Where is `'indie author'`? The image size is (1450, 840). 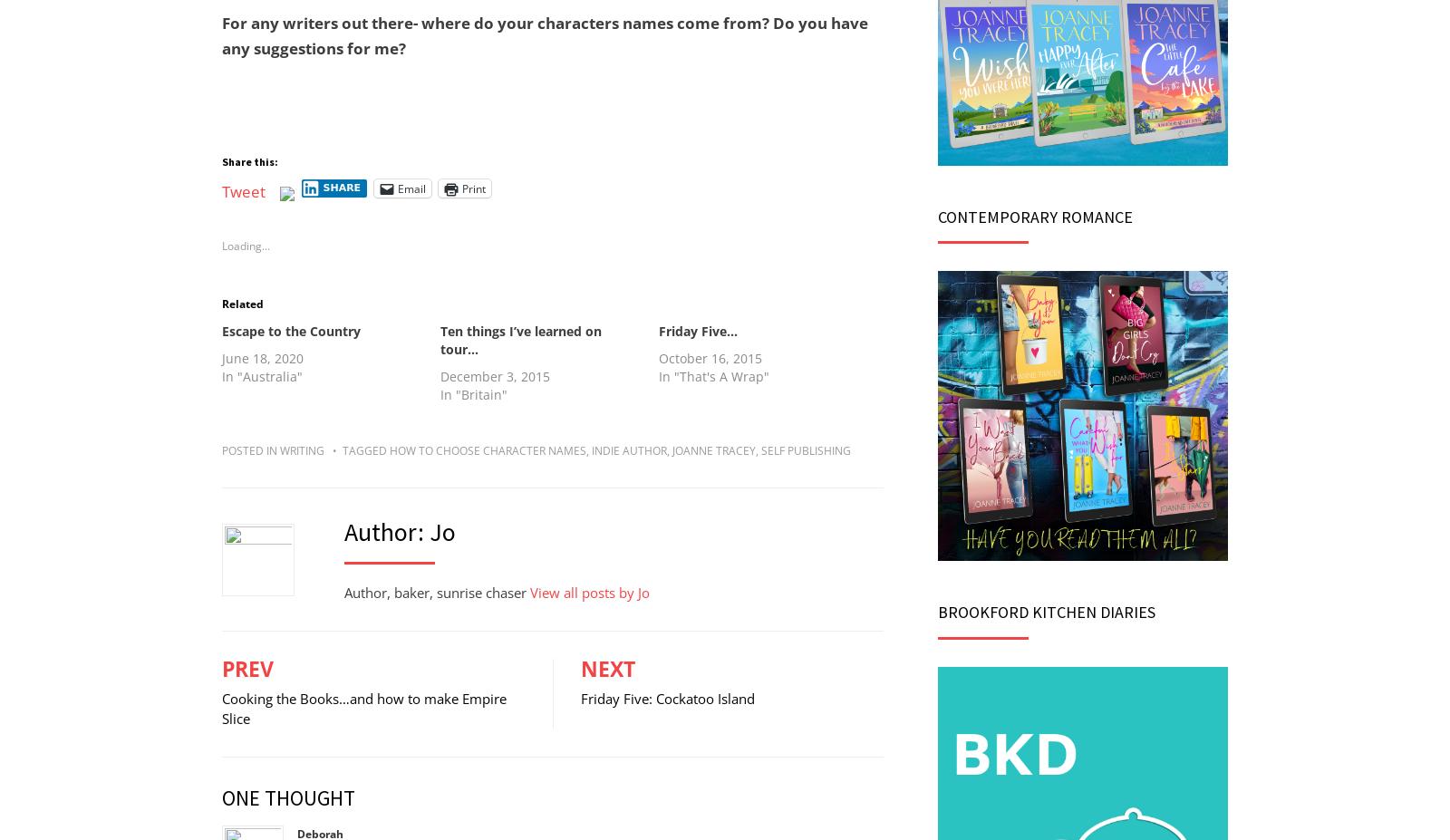
'indie author' is located at coordinates (591, 449).